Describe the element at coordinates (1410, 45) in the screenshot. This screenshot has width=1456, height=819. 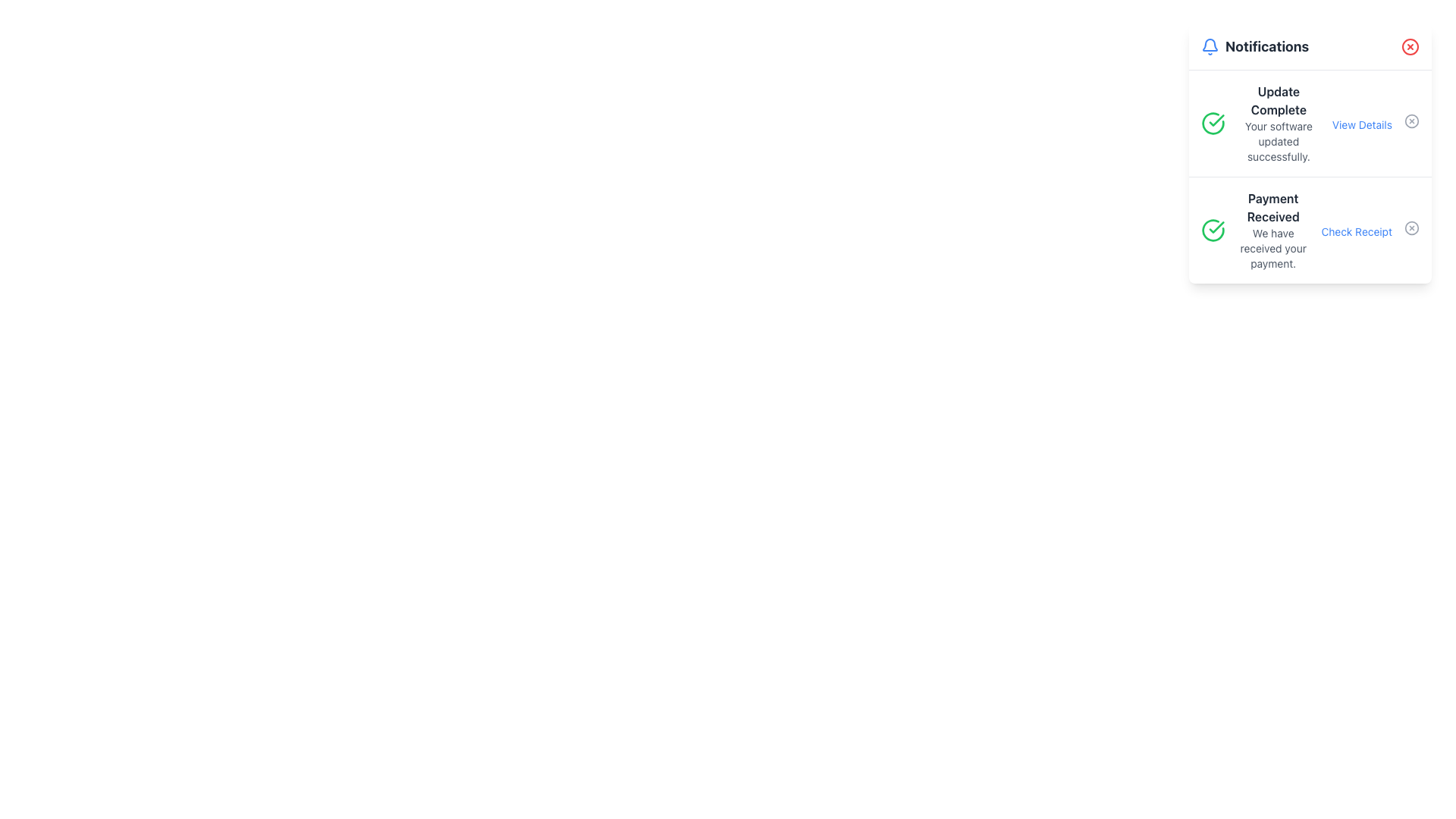
I see `the close button located in the top-right corner of the Notifications panel` at that location.